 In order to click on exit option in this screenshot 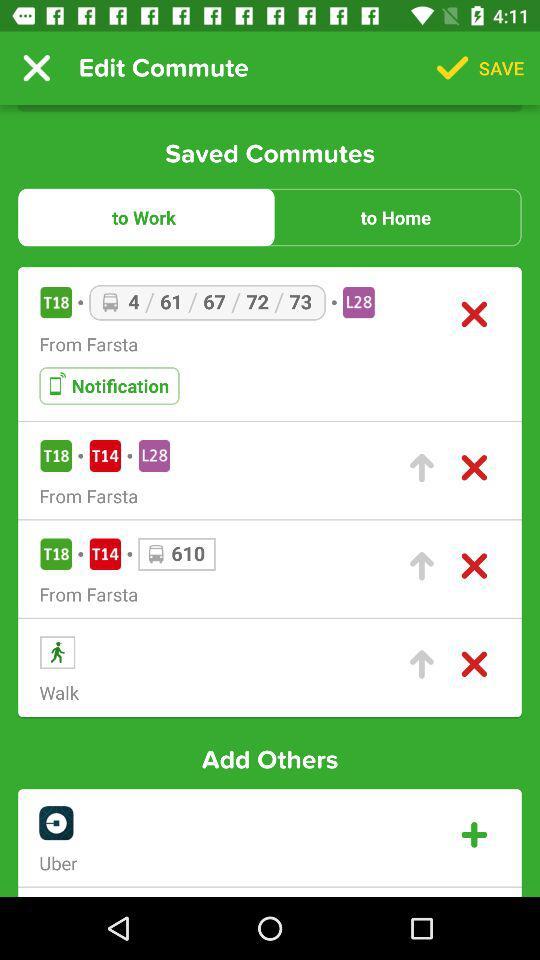, I will do `click(473, 468)`.